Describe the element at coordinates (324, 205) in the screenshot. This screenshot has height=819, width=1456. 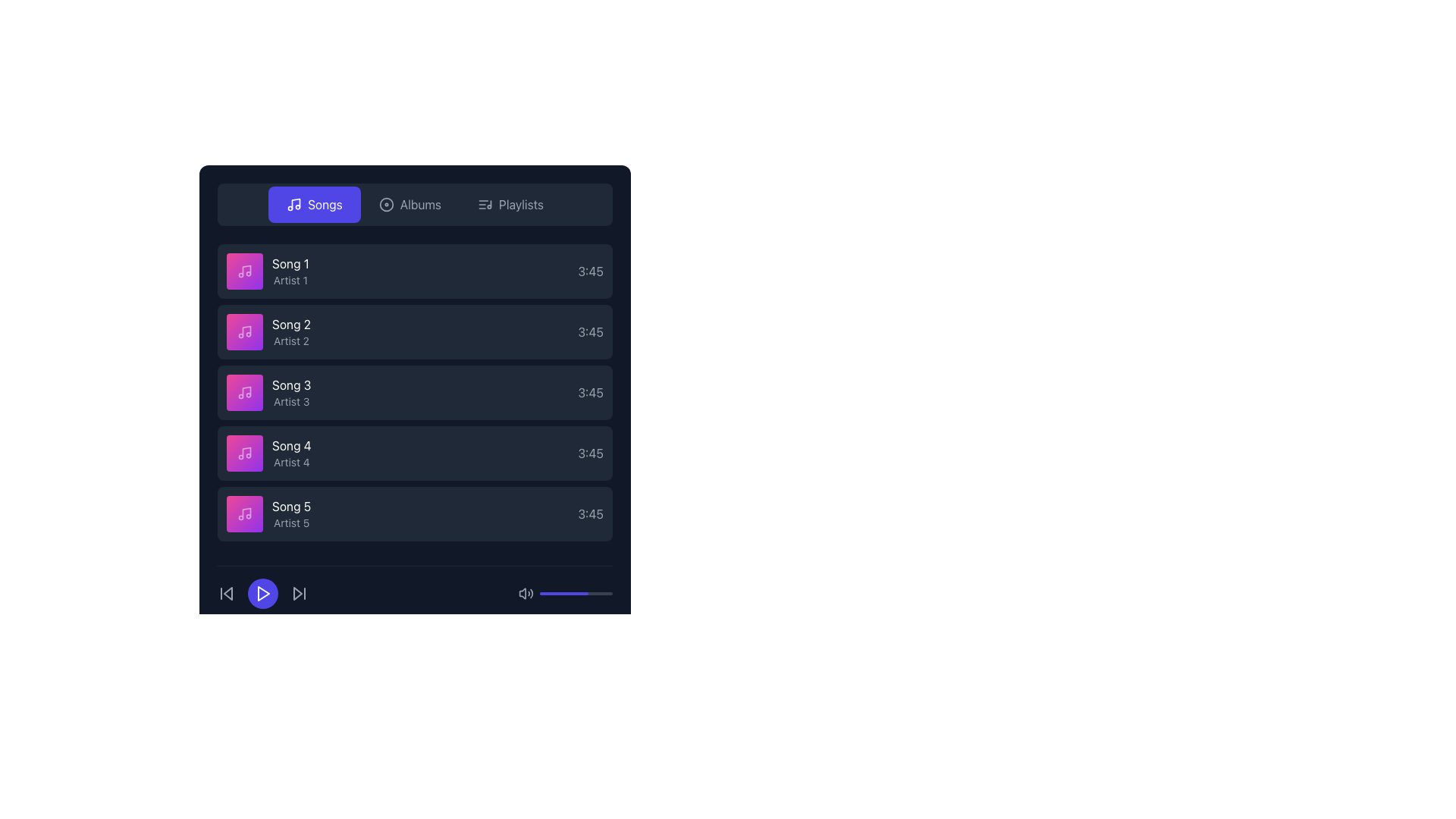
I see `the navigation button labeled 'Songs' in the top portion of the user interface` at that location.